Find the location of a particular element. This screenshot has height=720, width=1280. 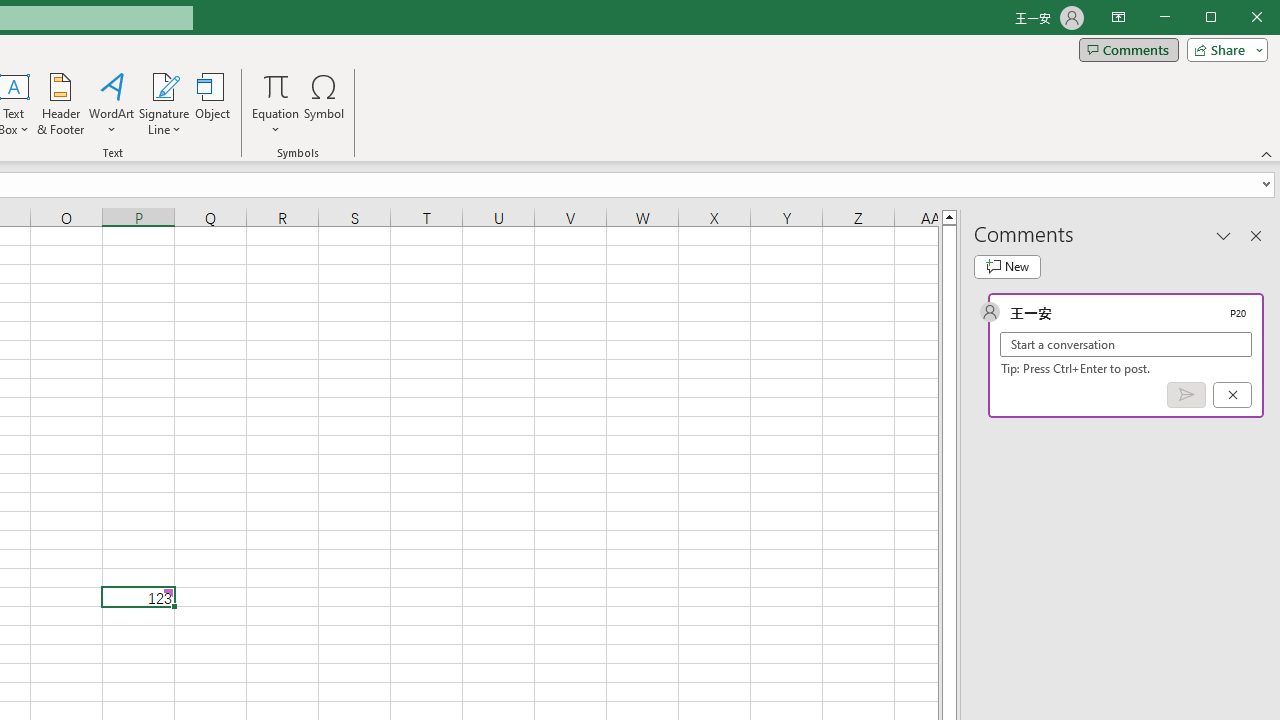

'Share' is located at coordinates (1222, 49).